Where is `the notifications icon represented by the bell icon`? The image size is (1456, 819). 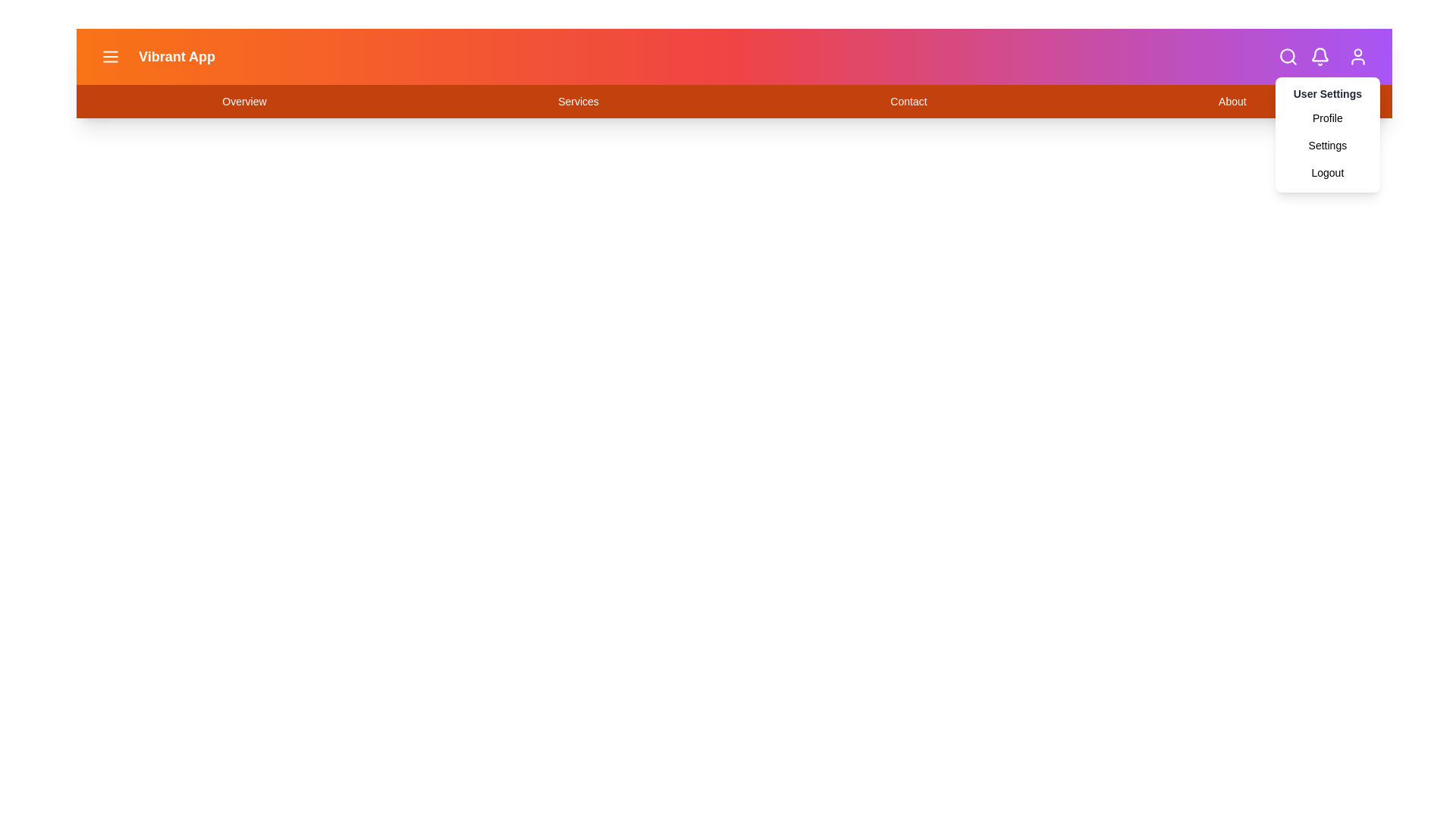
the notifications icon represented by the bell icon is located at coordinates (1319, 55).